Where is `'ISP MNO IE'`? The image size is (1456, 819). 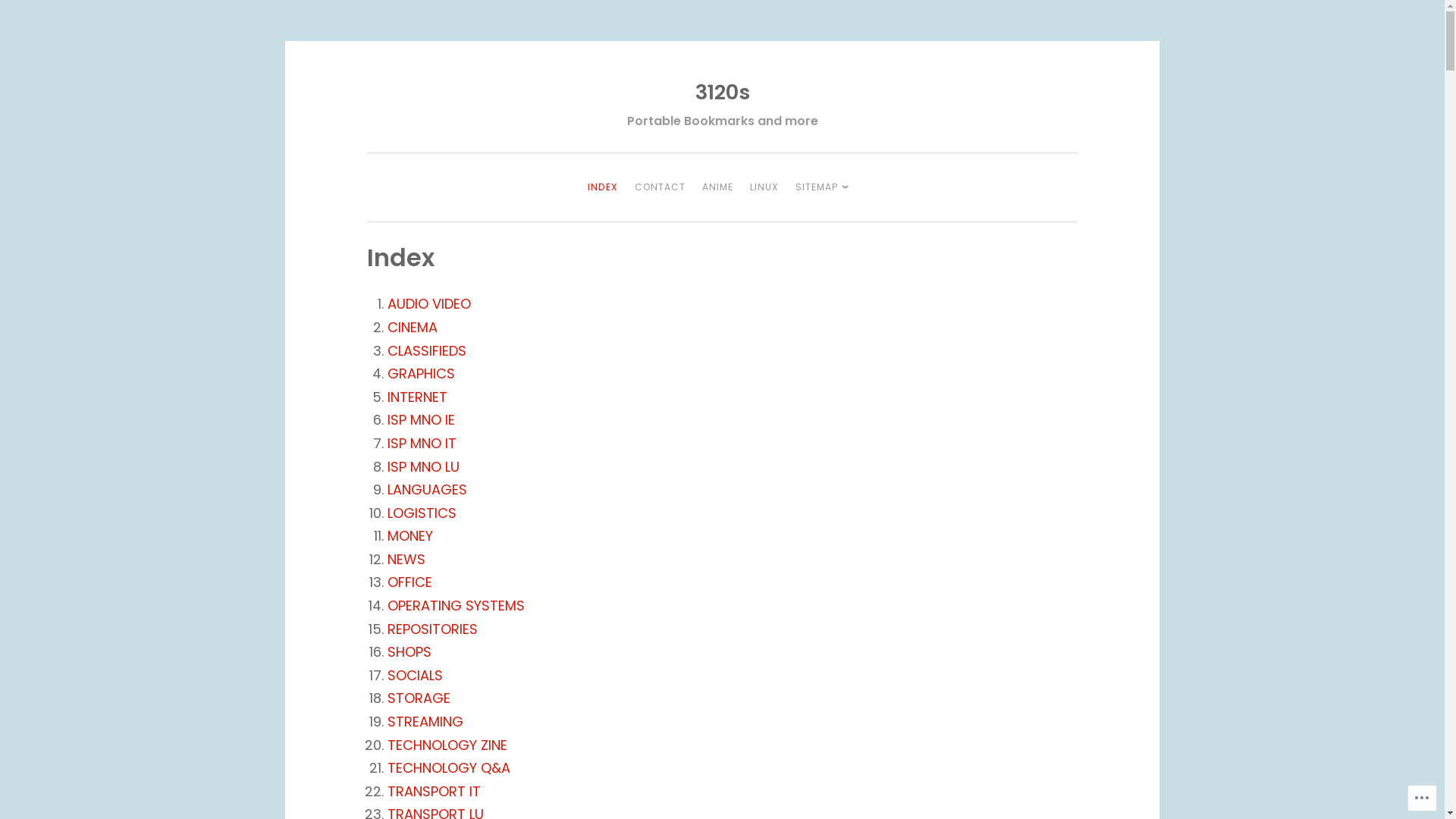
'ISP MNO IE' is located at coordinates (421, 419).